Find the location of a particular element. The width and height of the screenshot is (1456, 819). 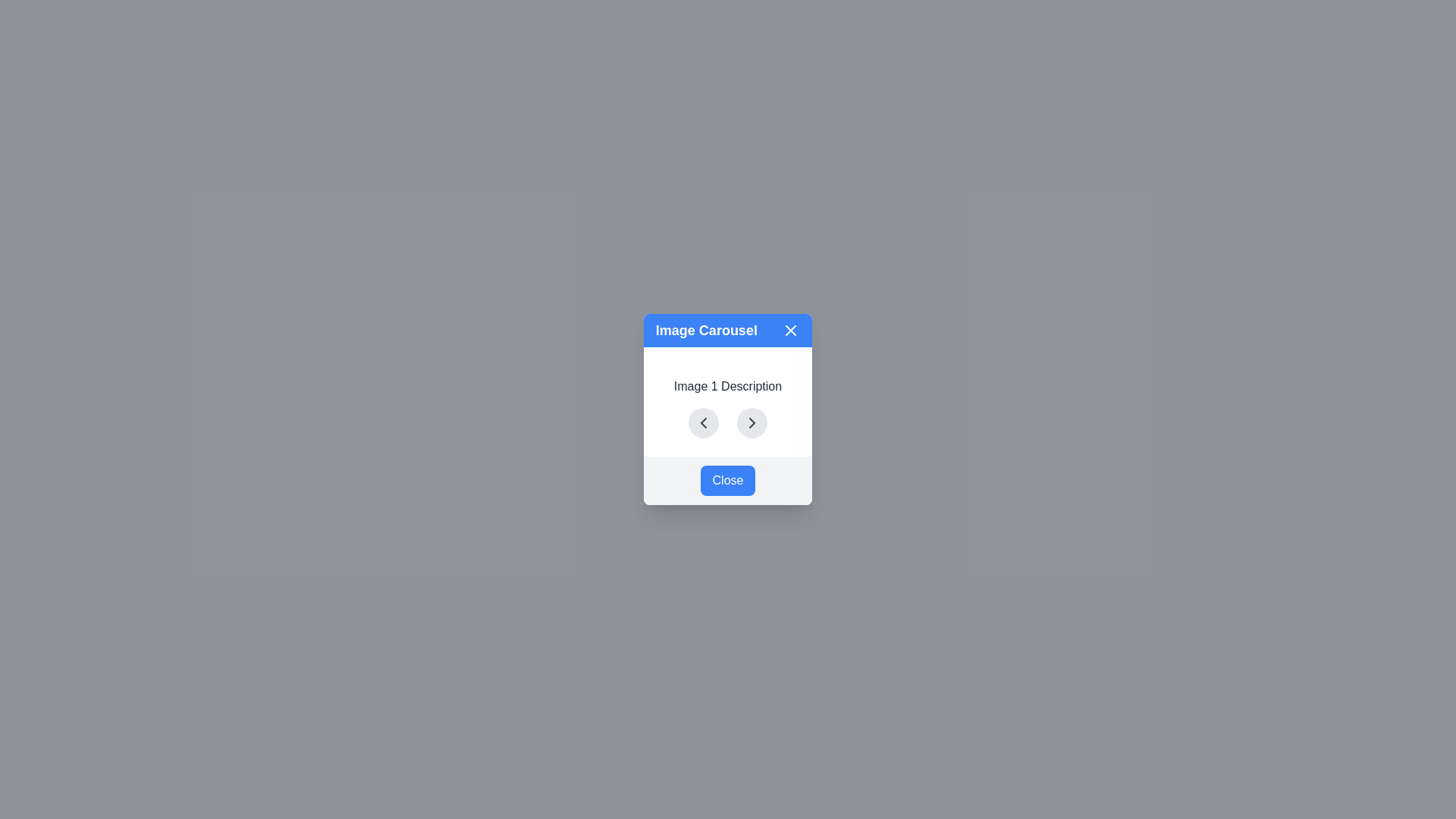

the leftward-facing chevron arrow in the 'Image Carousel' modal is located at coordinates (702, 423).